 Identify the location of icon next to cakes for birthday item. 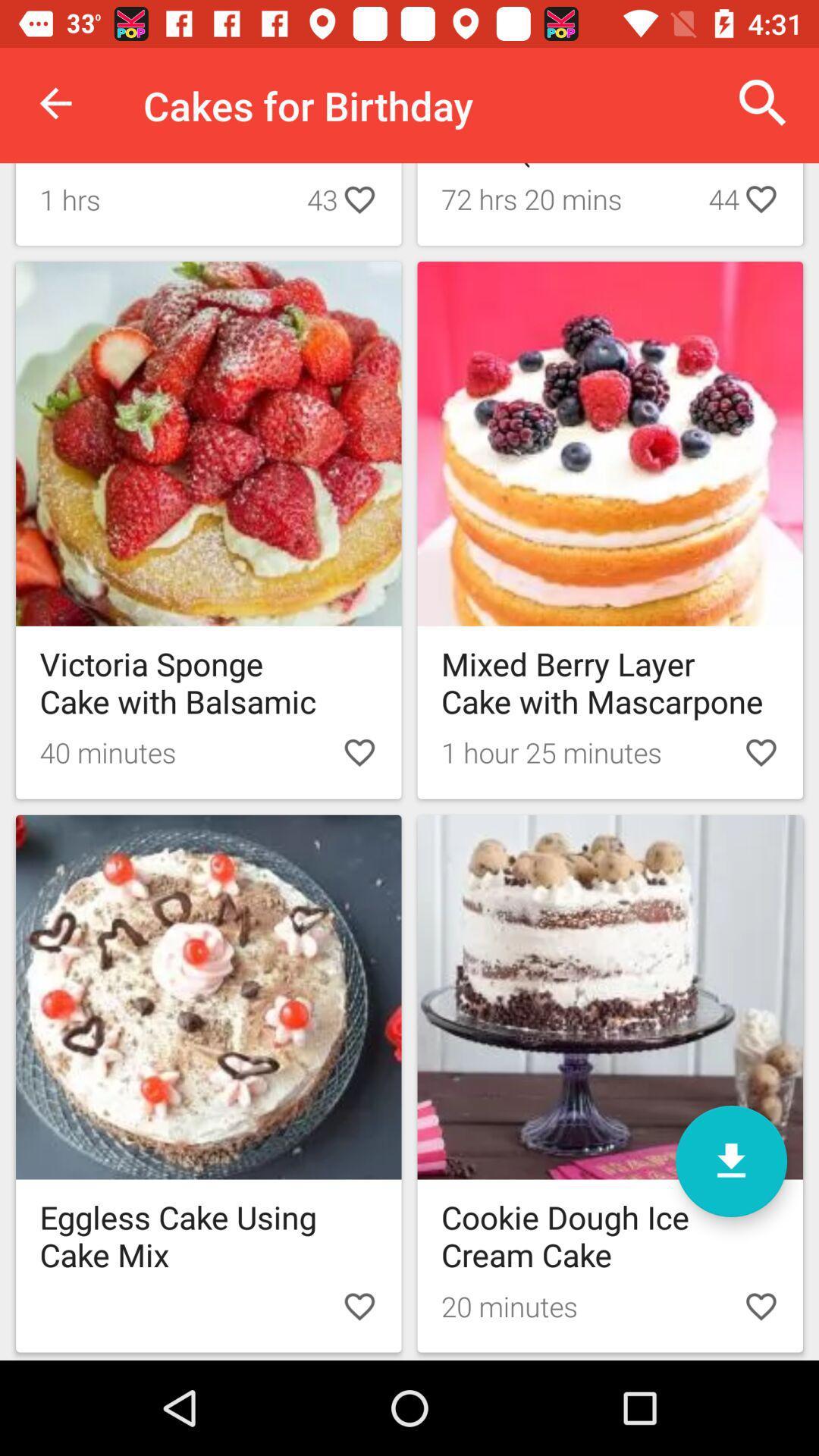
(55, 102).